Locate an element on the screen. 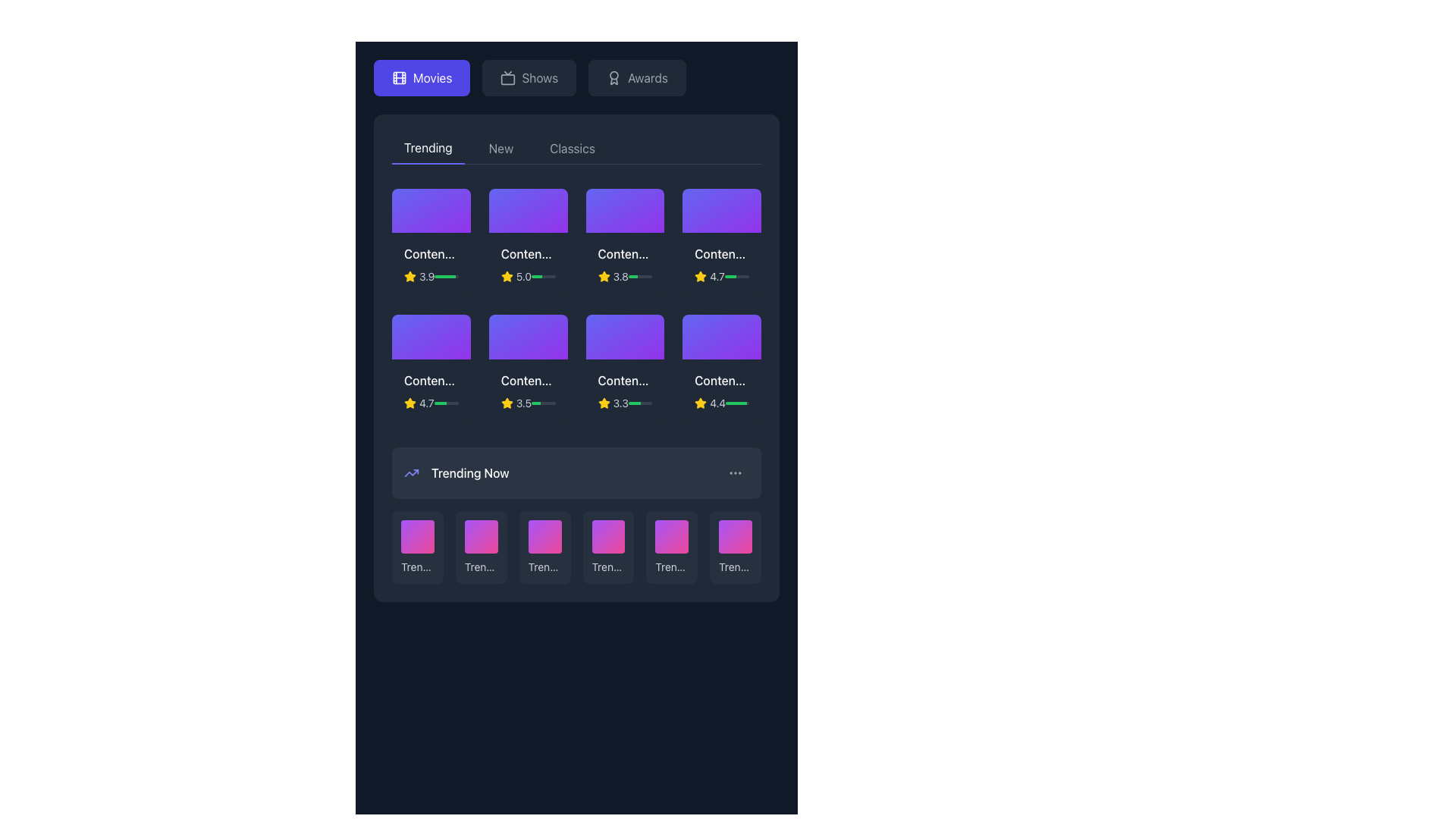 This screenshot has height=819, width=1456. the 'Shows' text label located in the navigation bar, positioned between the 'Movies' button and the 'Awards' icon is located at coordinates (540, 78).